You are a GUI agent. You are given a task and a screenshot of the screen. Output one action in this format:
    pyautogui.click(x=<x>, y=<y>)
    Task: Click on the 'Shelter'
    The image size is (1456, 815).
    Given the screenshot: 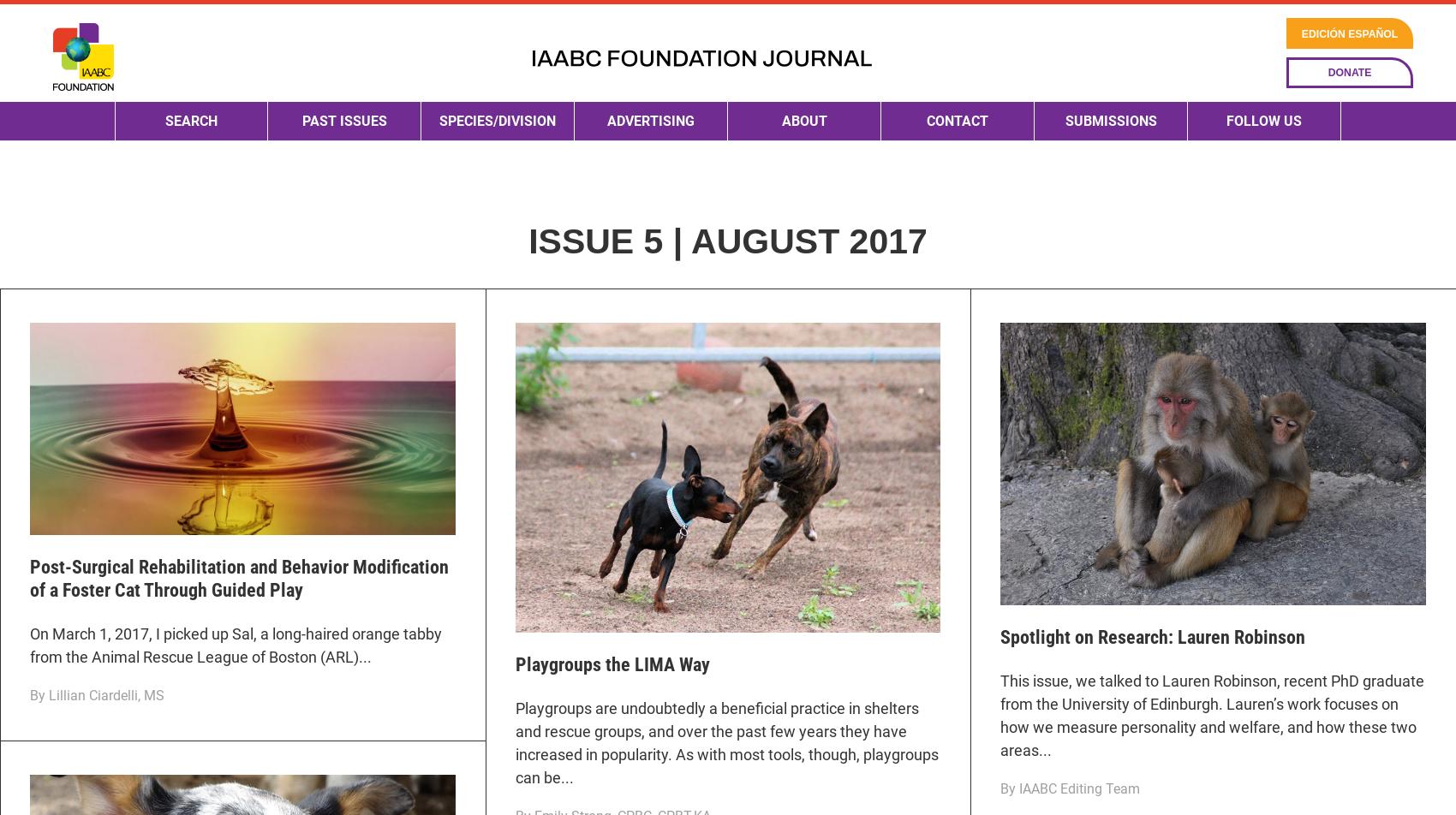 What is the action you would take?
    pyautogui.click(x=455, y=415)
    